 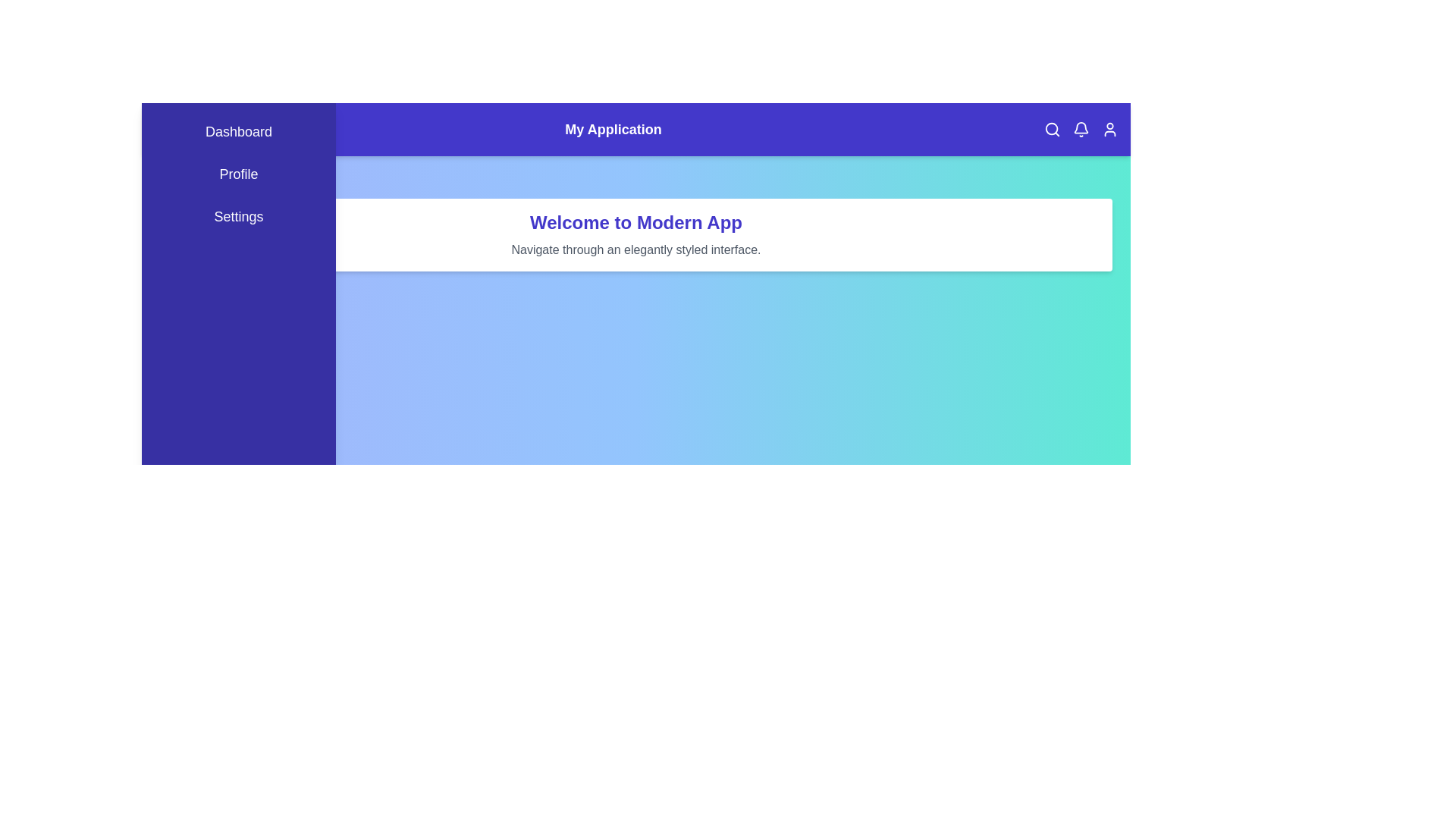 I want to click on the User icon in the app bar, so click(x=1110, y=128).